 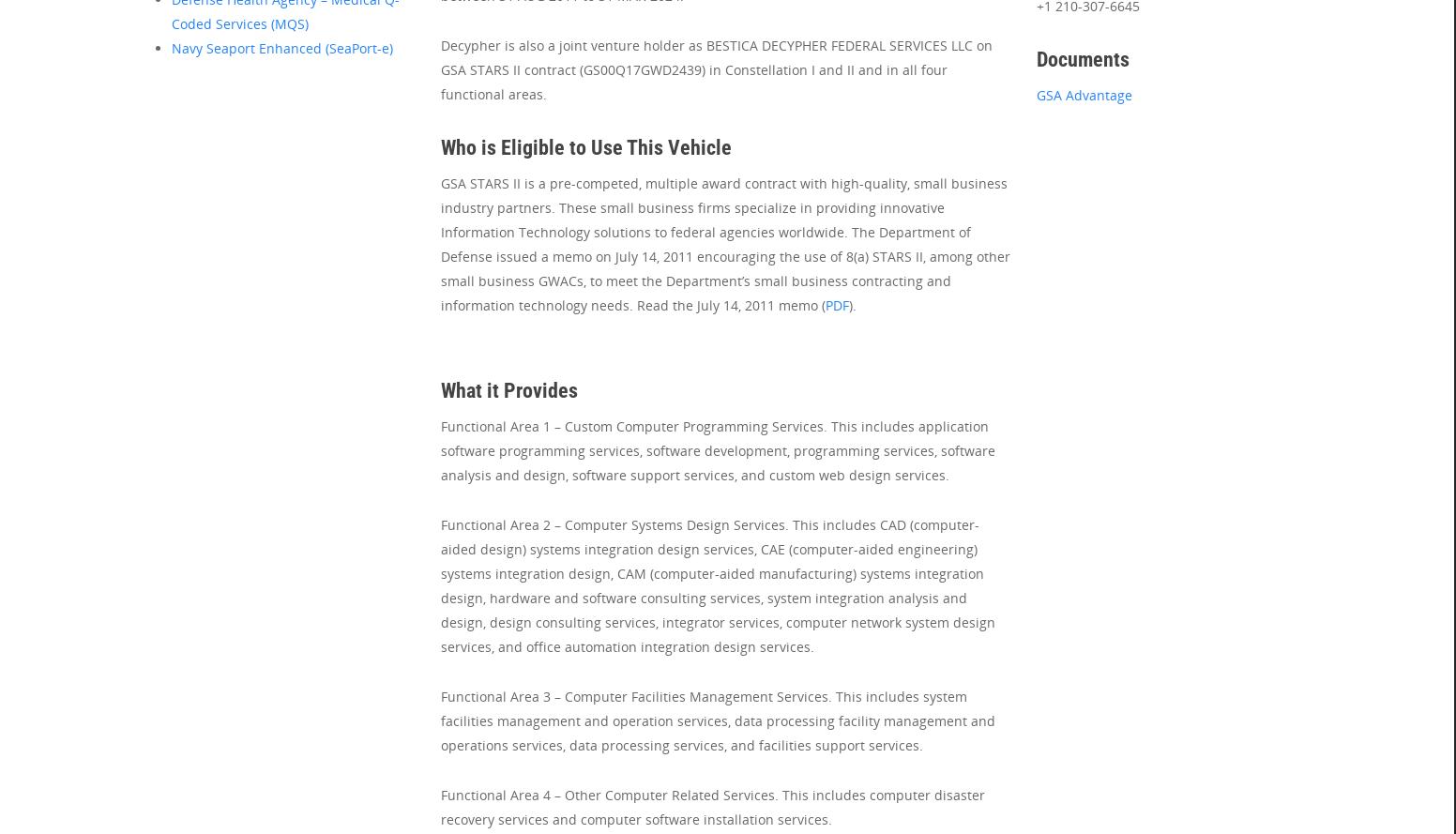 I want to click on 'PDF', so click(x=837, y=304).